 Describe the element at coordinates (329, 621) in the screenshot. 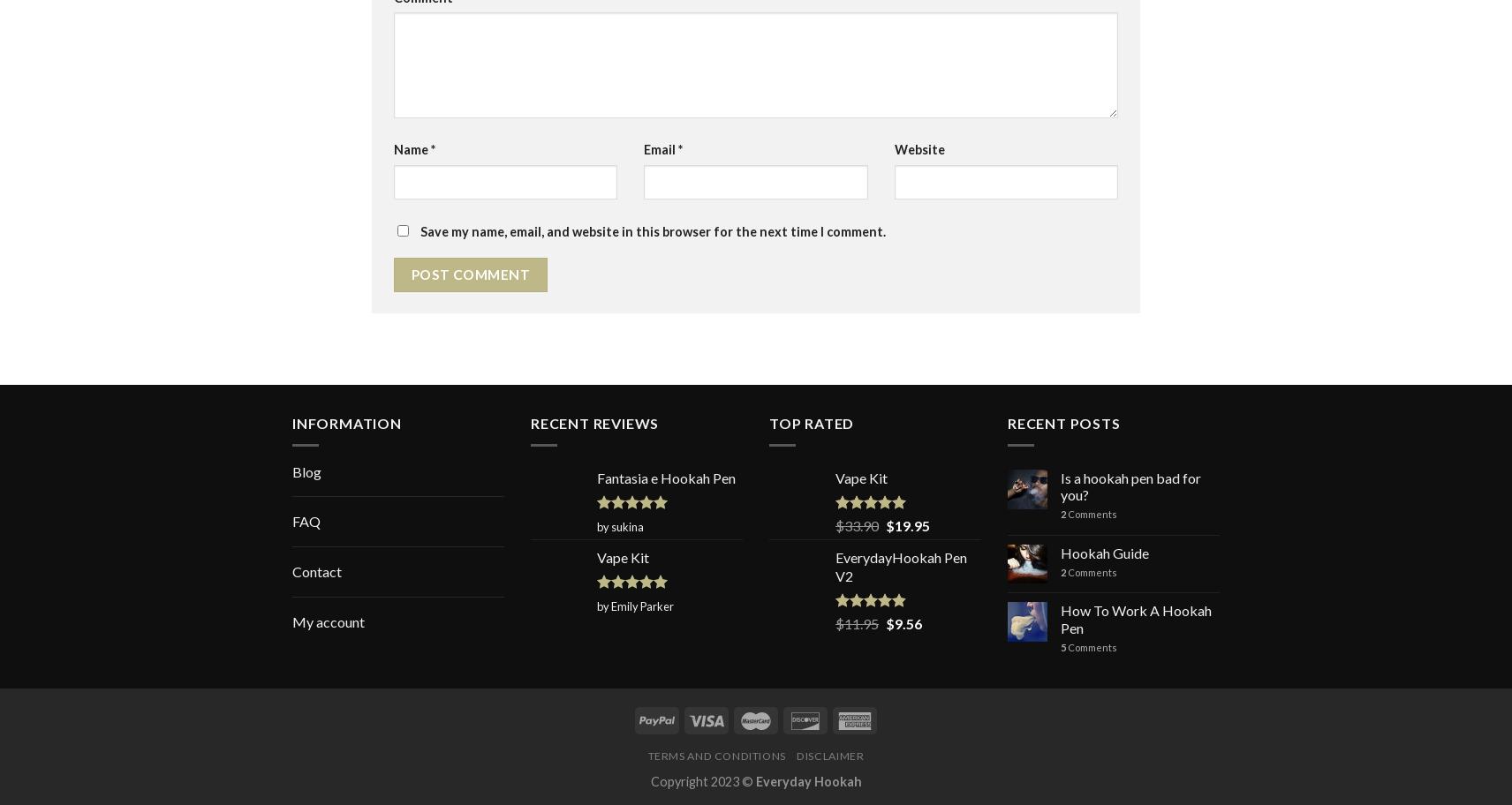

I see `'My account'` at that location.